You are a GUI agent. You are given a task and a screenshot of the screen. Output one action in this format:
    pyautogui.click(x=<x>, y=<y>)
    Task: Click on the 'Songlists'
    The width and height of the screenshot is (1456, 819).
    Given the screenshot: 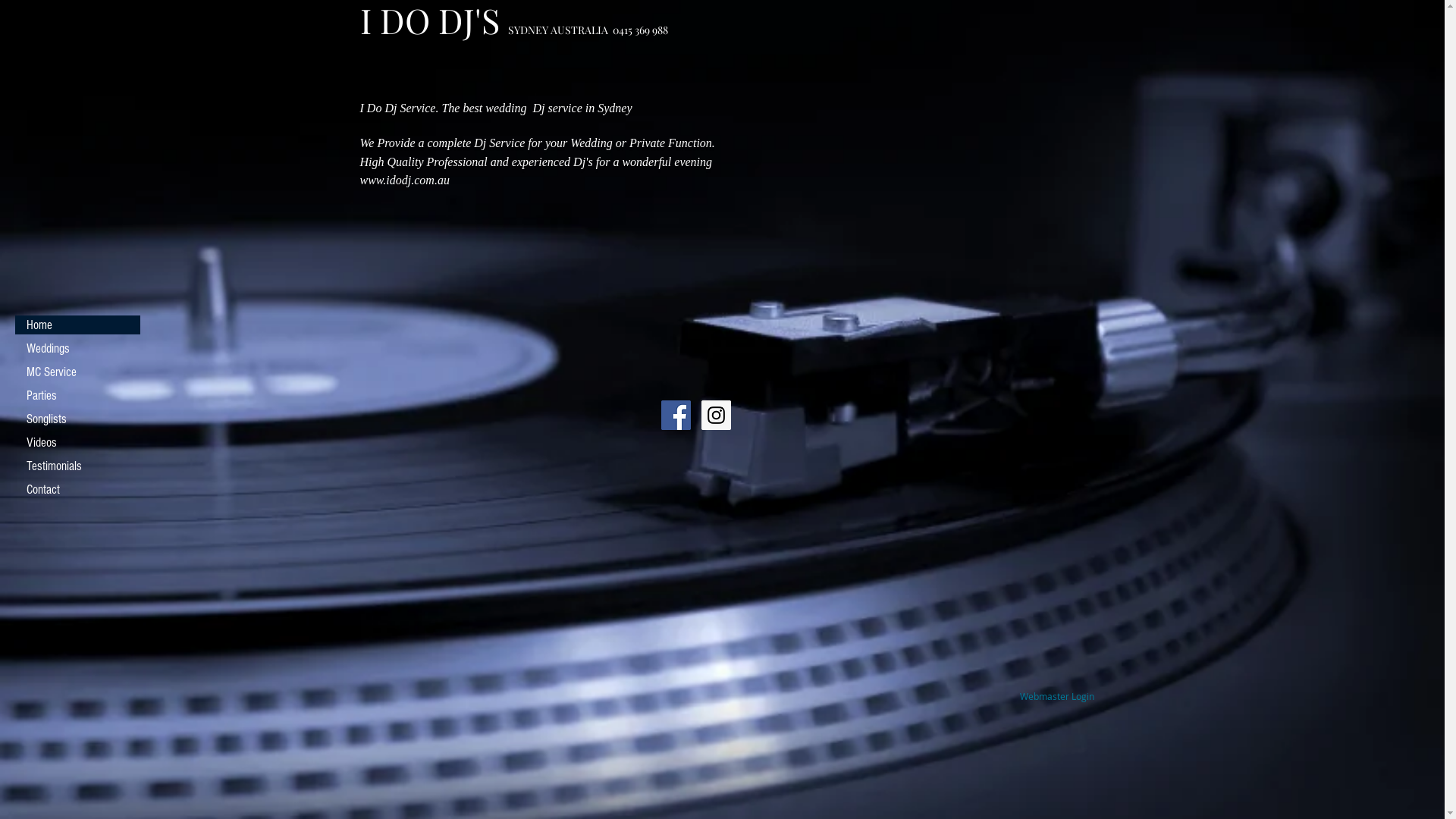 What is the action you would take?
    pyautogui.click(x=77, y=419)
    